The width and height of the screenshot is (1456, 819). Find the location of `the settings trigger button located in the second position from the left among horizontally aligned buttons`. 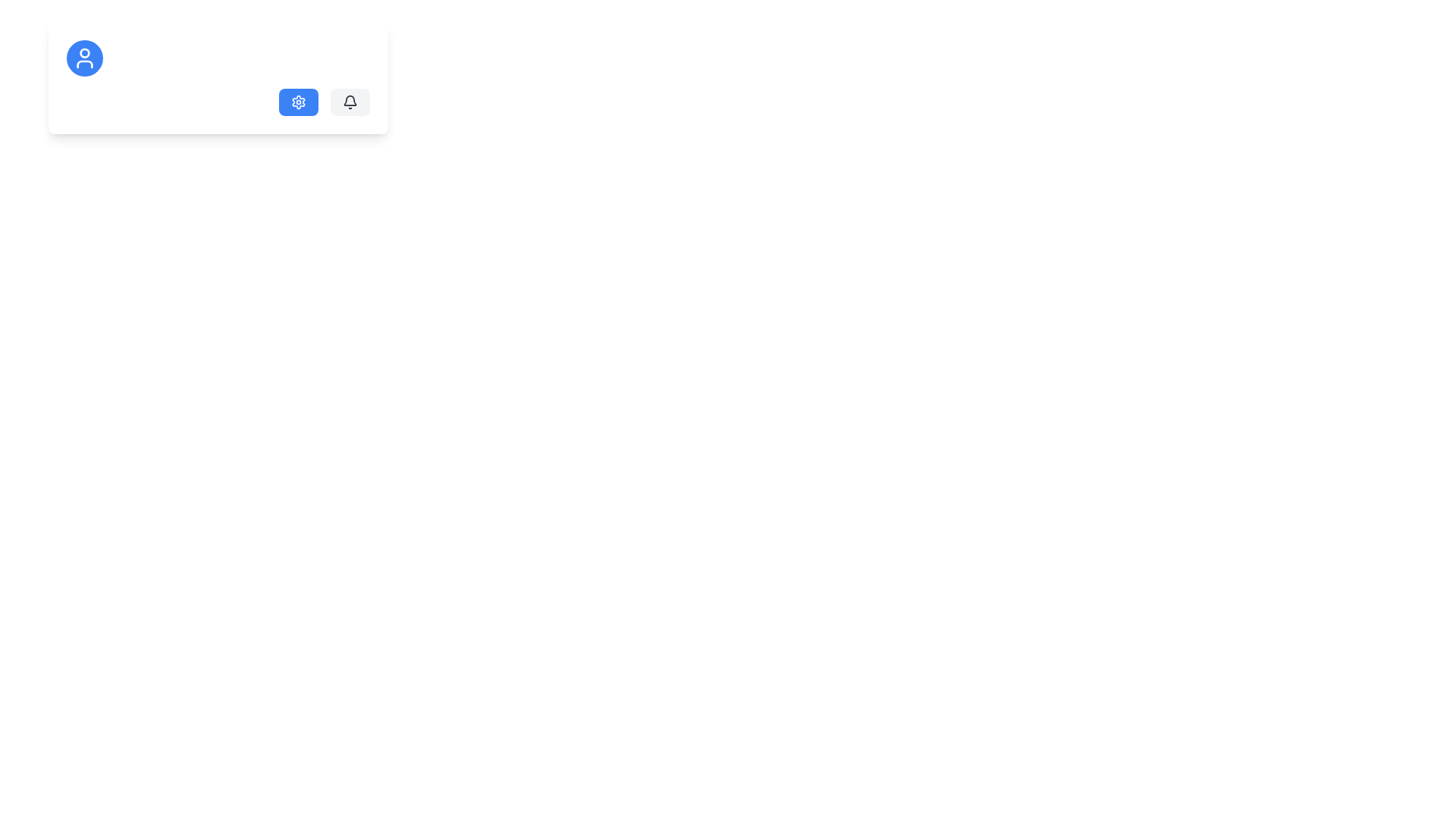

the settings trigger button located in the second position from the left among horizontally aligned buttons is located at coordinates (298, 102).